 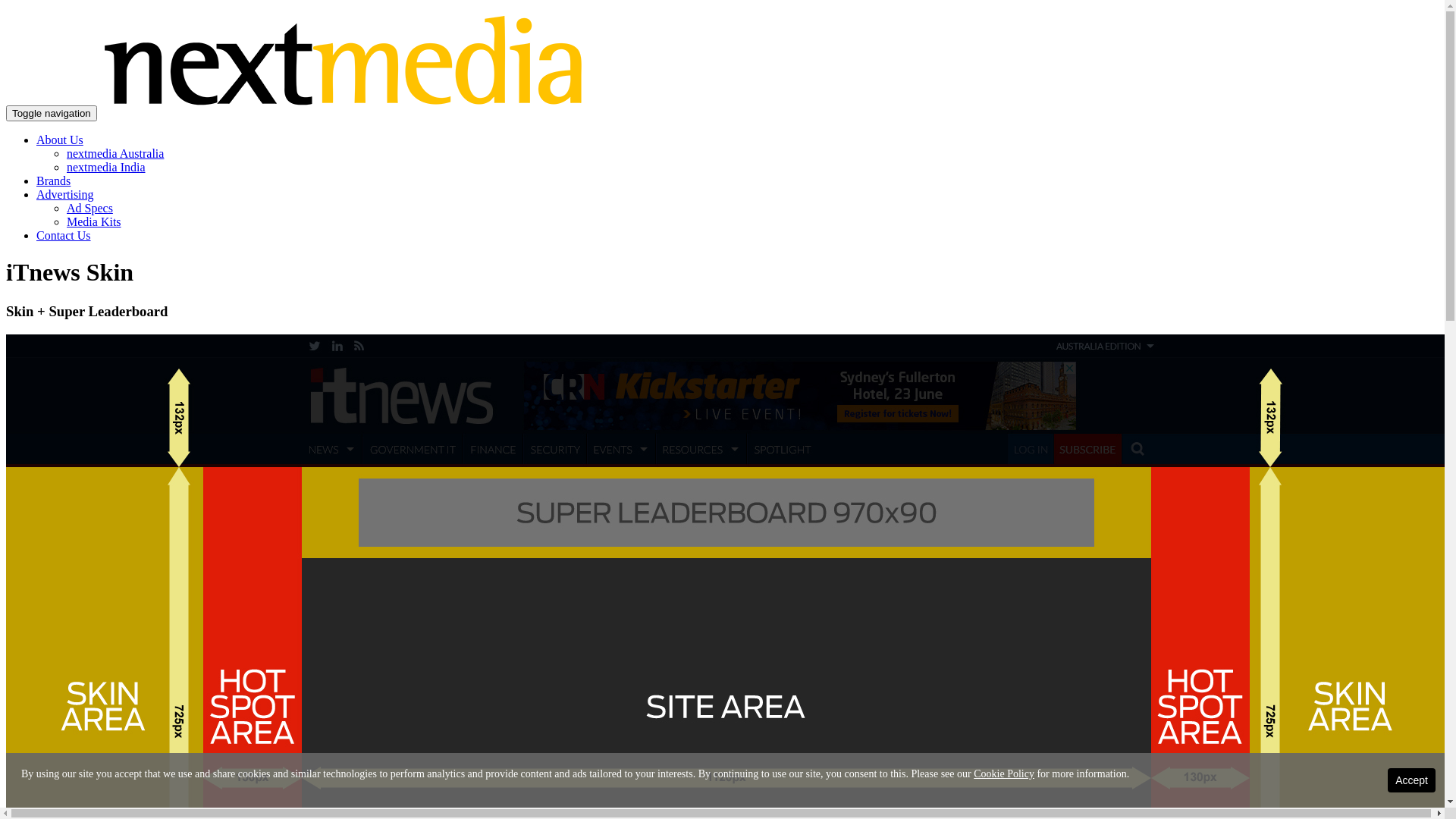 I want to click on 'Cookie Policy', so click(x=1004, y=773).